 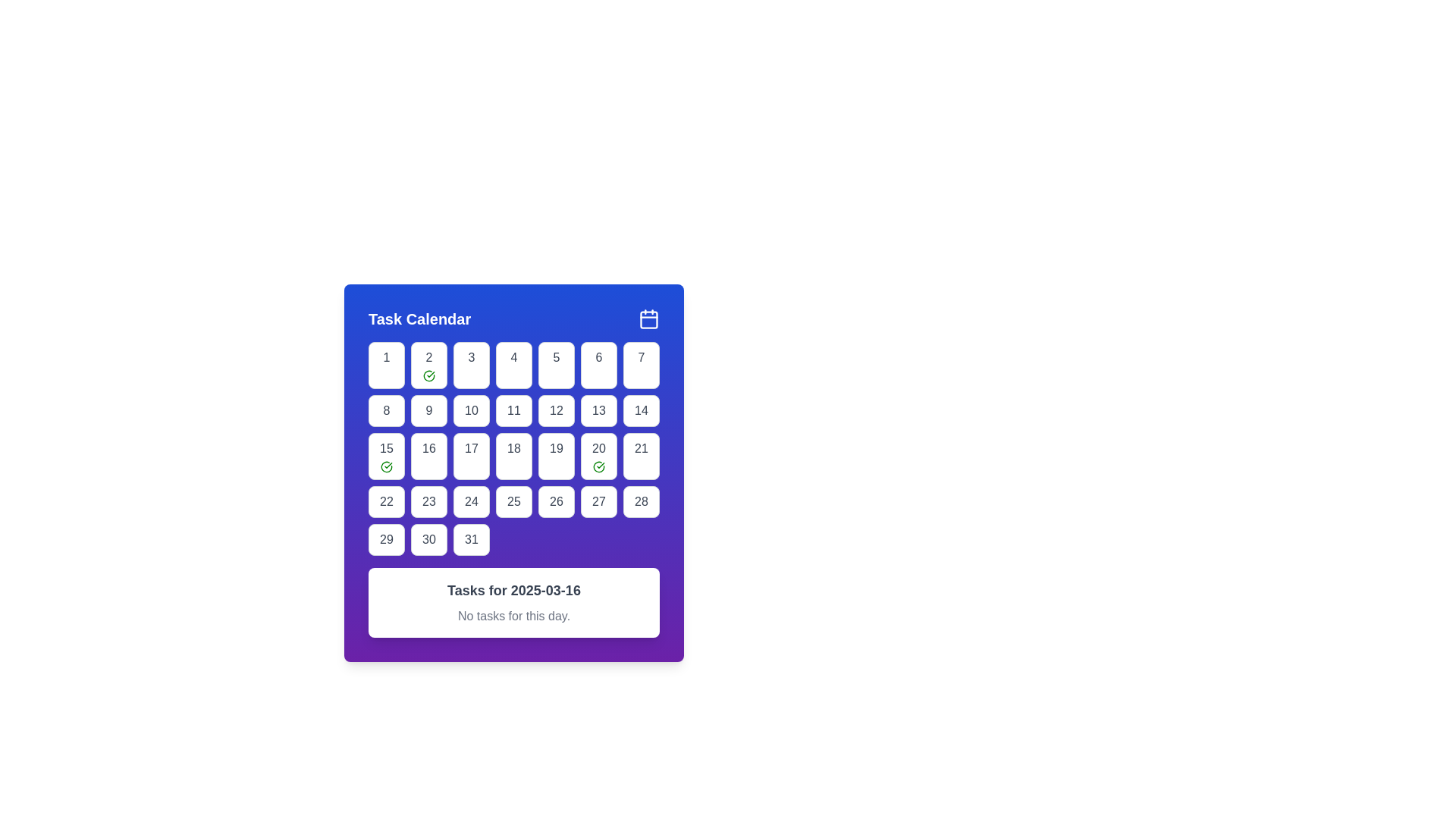 I want to click on static text label that displays 'No tasks for this day.' which is styled in light gray color and located below the heading 'Tasks for 2025-03-16' within the task calendar section, so click(x=513, y=617).